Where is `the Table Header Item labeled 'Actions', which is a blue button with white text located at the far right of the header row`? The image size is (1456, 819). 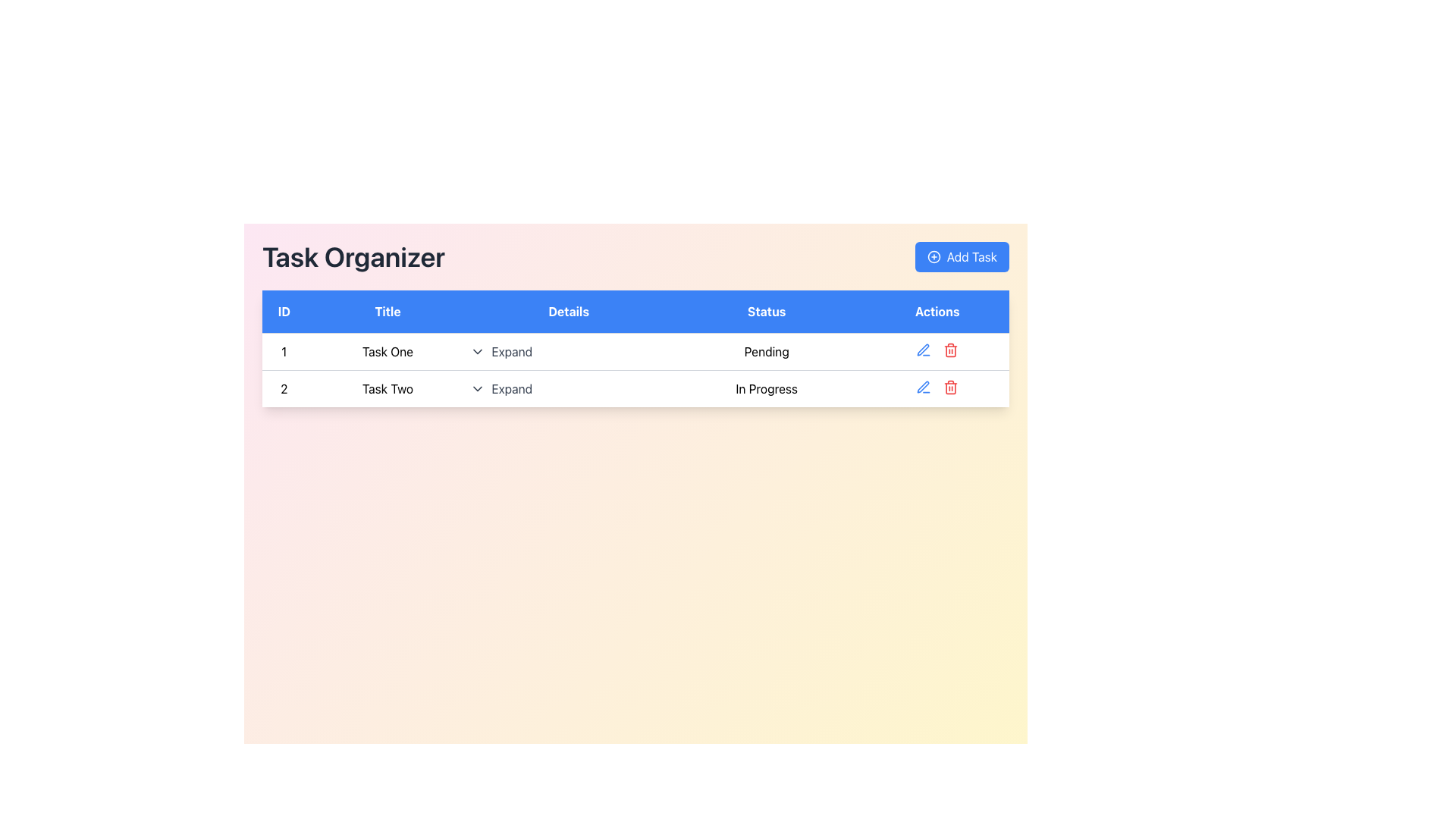 the Table Header Item labeled 'Actions', which is a blue button with white text located at the far right of the header row is located at coordinates (937, 311).